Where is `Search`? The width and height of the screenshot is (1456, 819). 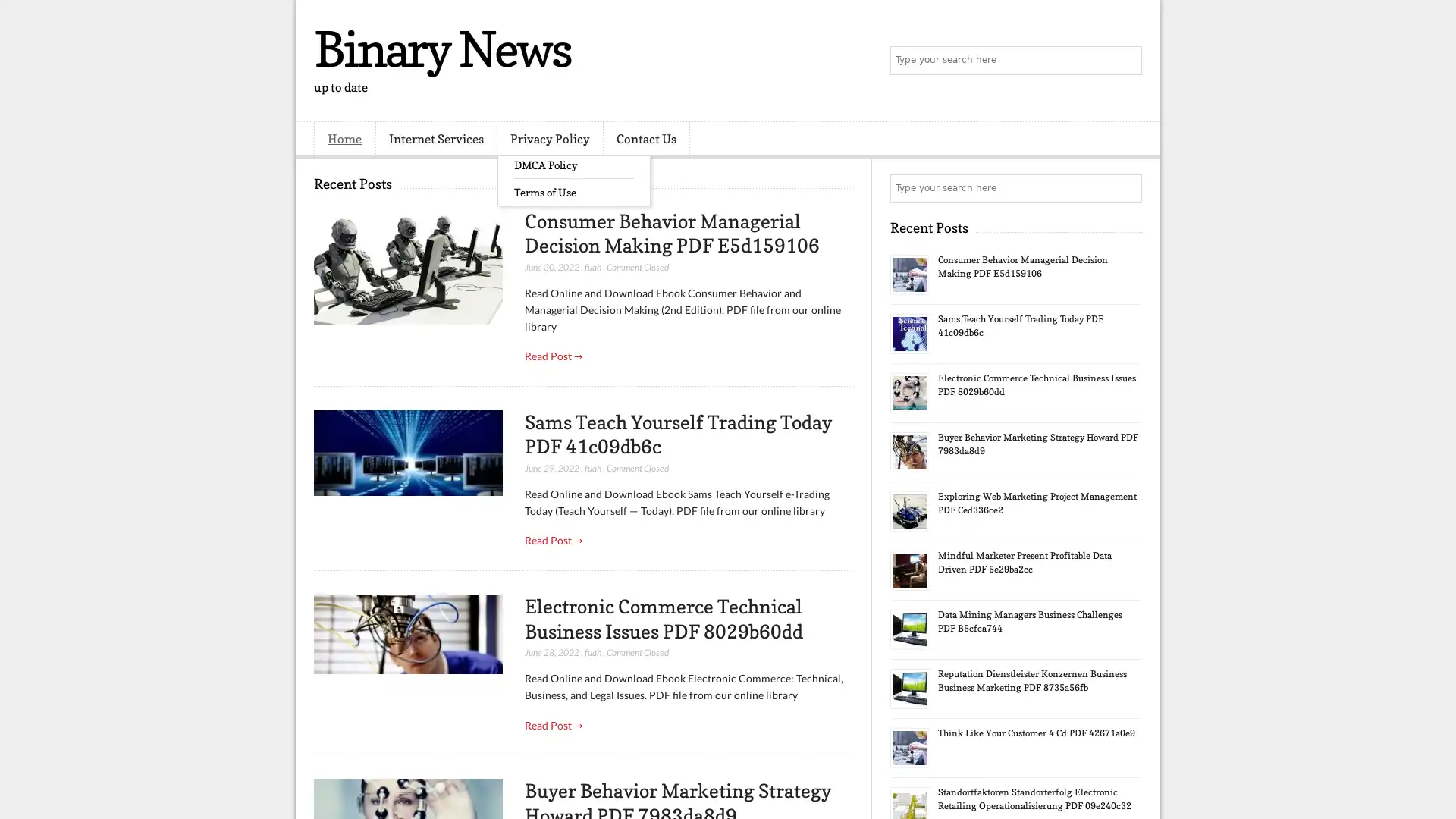 Search is located at coordinates (1126, 188).